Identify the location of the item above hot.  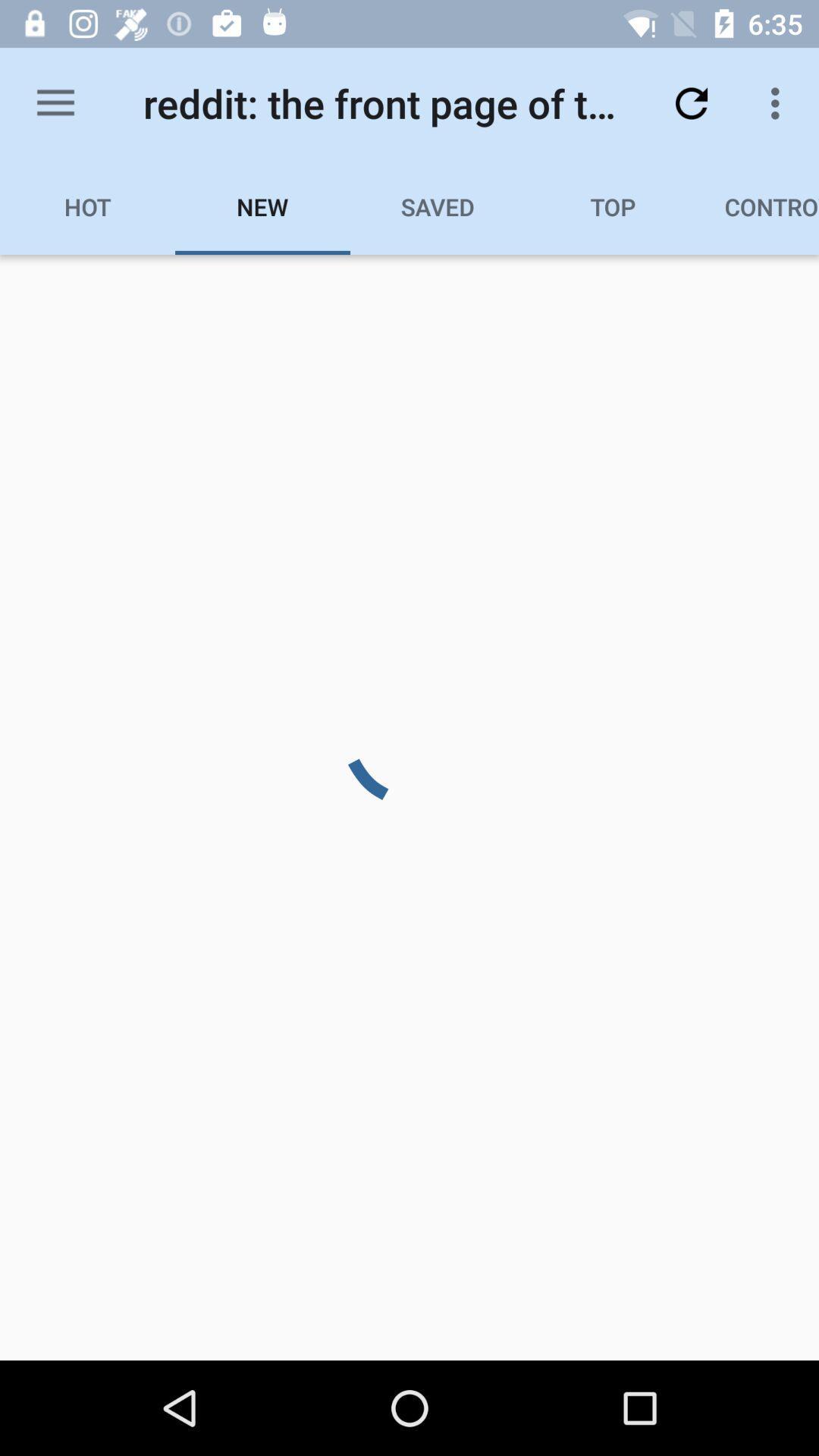
(55, 102).